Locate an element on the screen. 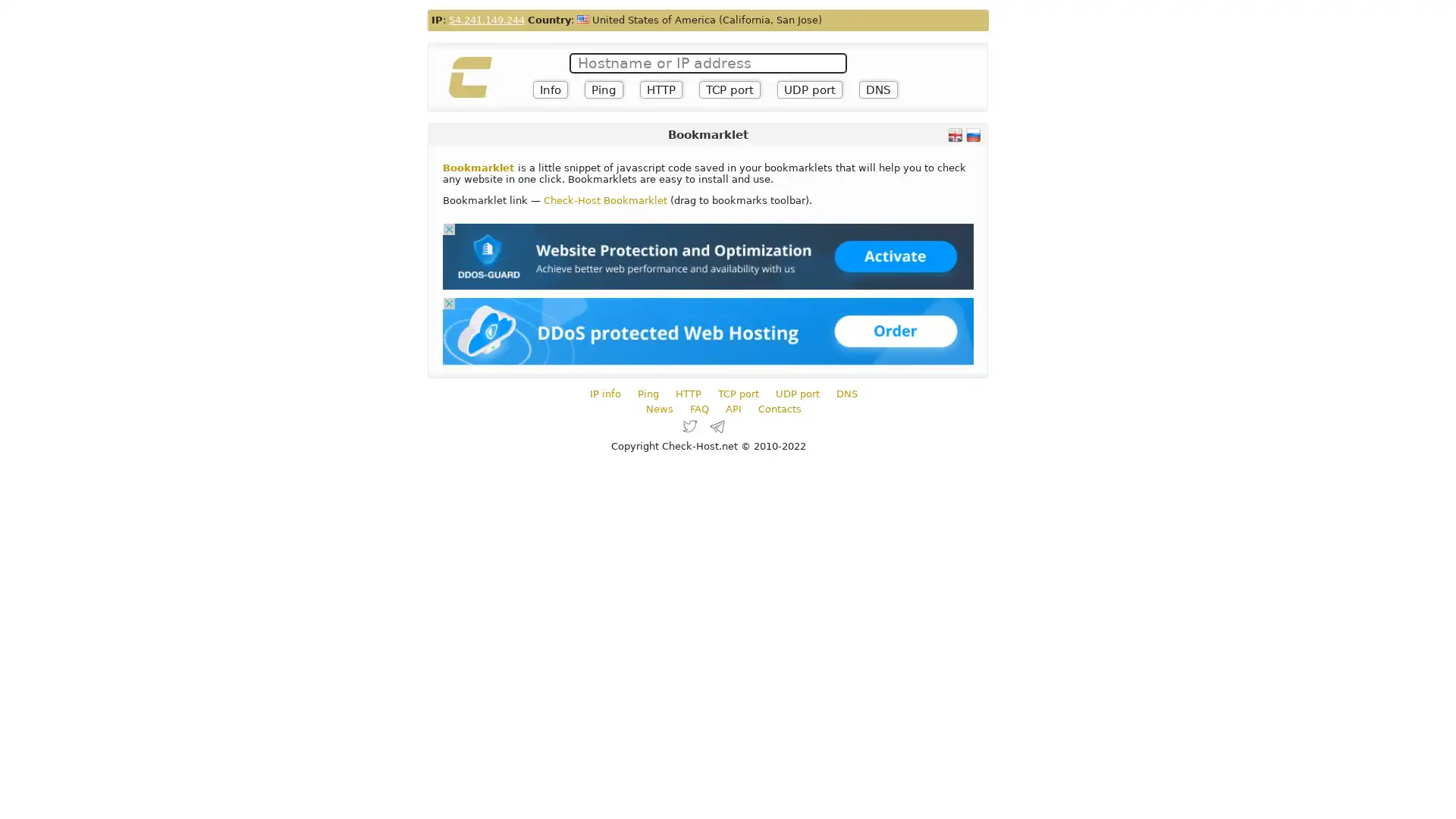 This screenshot has width=1456, height=819. Ping is located at coordinates (602, 89).